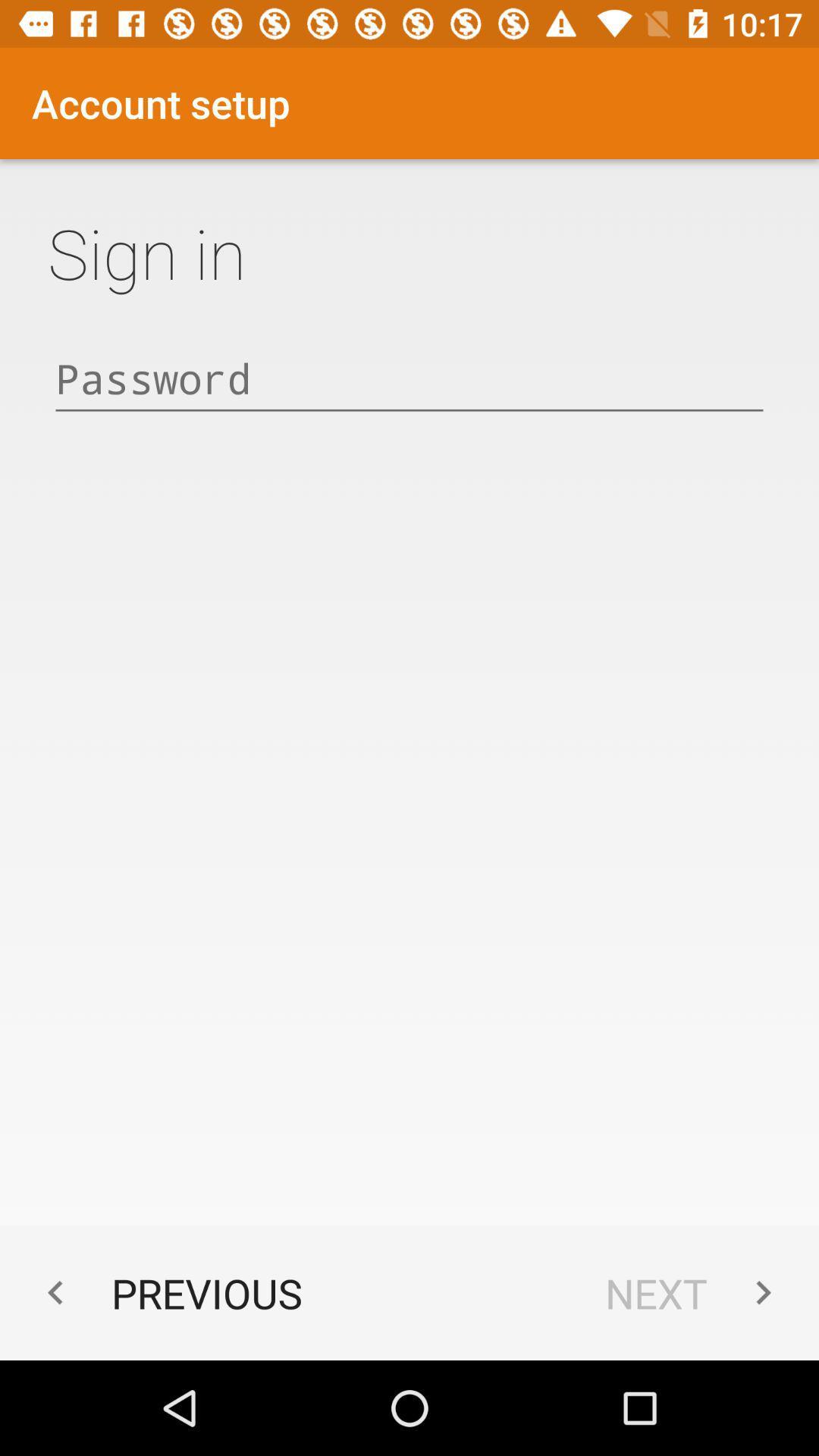 Image resolution: width=819 pixels, height=1456 pixels. I want to click on the icon to the left of the next app, so click(167, 1292).